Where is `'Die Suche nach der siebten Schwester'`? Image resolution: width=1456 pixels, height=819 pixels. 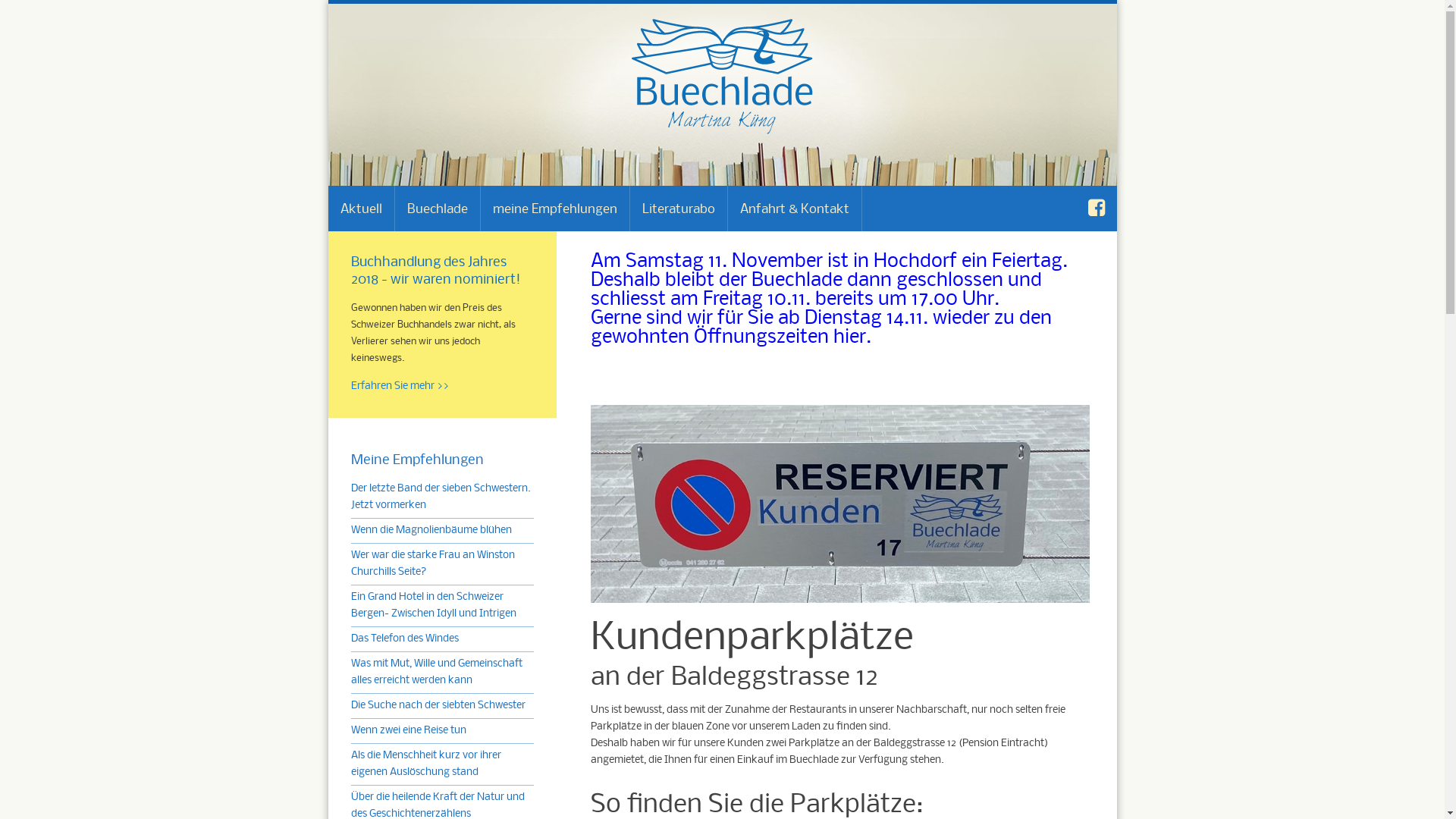
'Die Suche nach der siebten Schwester' is located at coordinates (436, 705).